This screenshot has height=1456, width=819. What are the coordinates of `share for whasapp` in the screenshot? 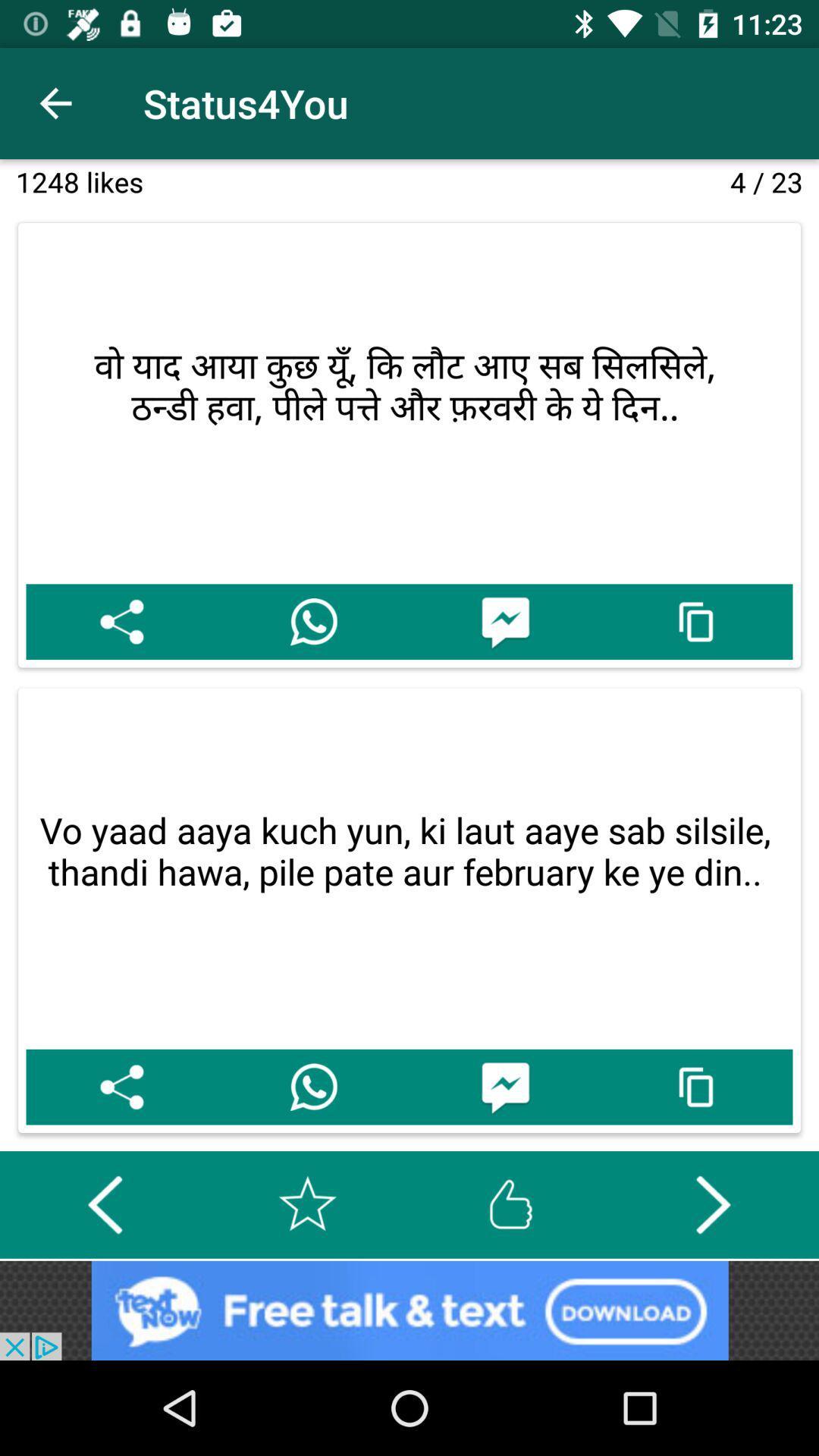 It's located at (312, 622).